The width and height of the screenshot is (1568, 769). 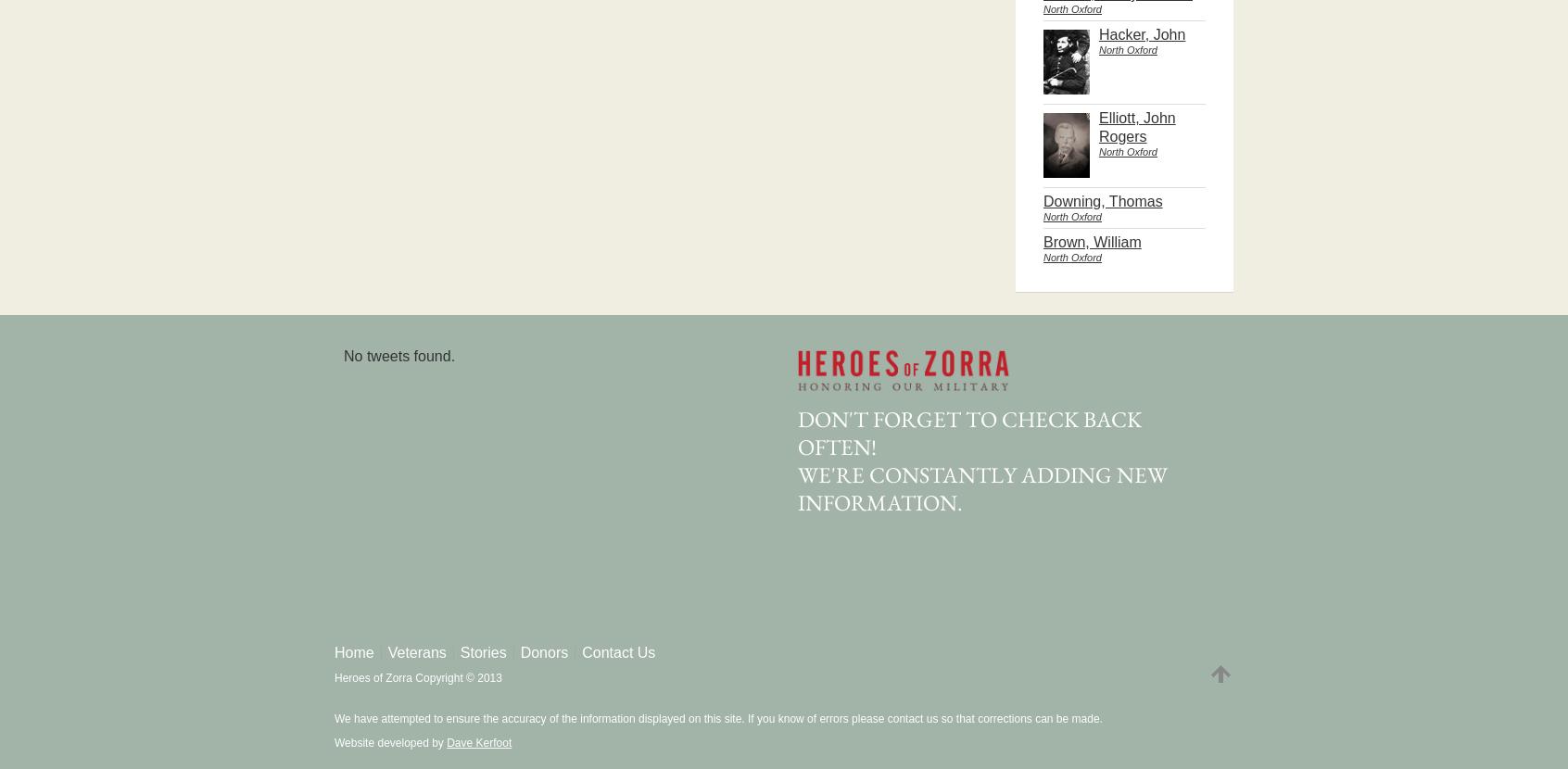 I want to click on 'Contact Us', so click(x=618, y=652).